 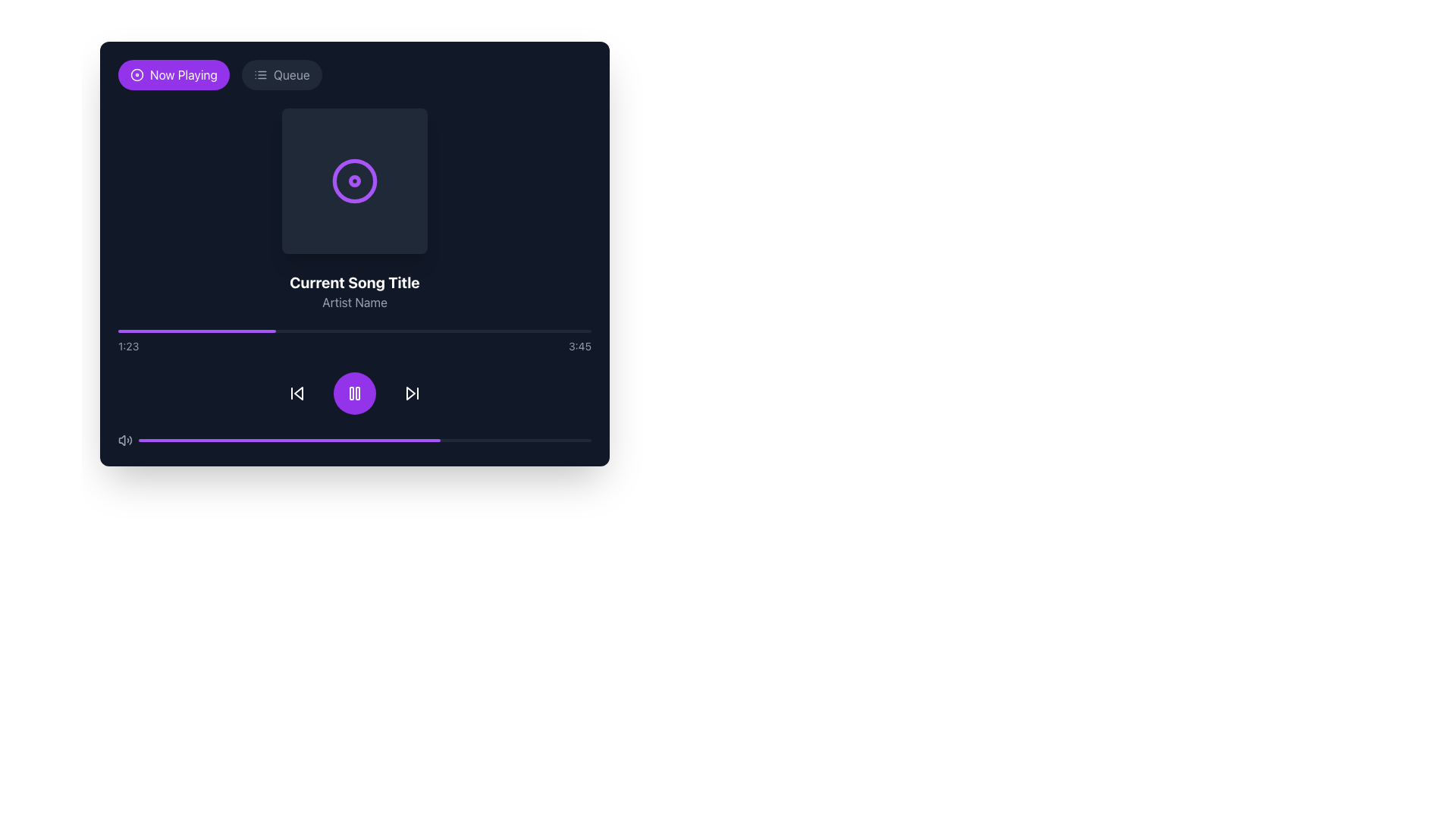 What do you see at coordinates (353, 180) in the screenshot?
I see `the innermost circle of the circular disk-shaped component in the graphical player interface` at bounding box center [353, 180].